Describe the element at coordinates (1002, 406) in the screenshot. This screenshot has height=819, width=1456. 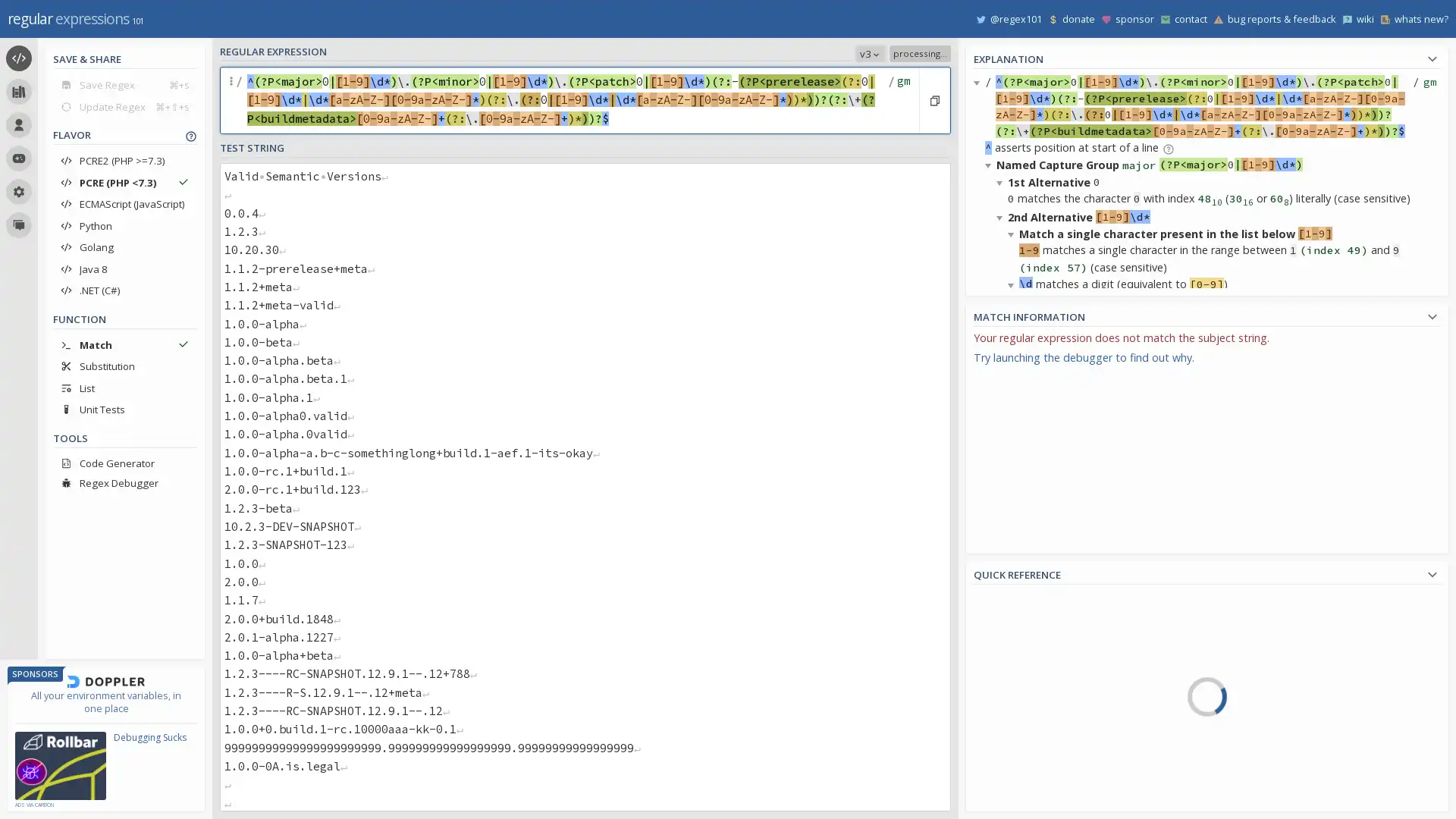
I see `Collapse Subtree` at that location.